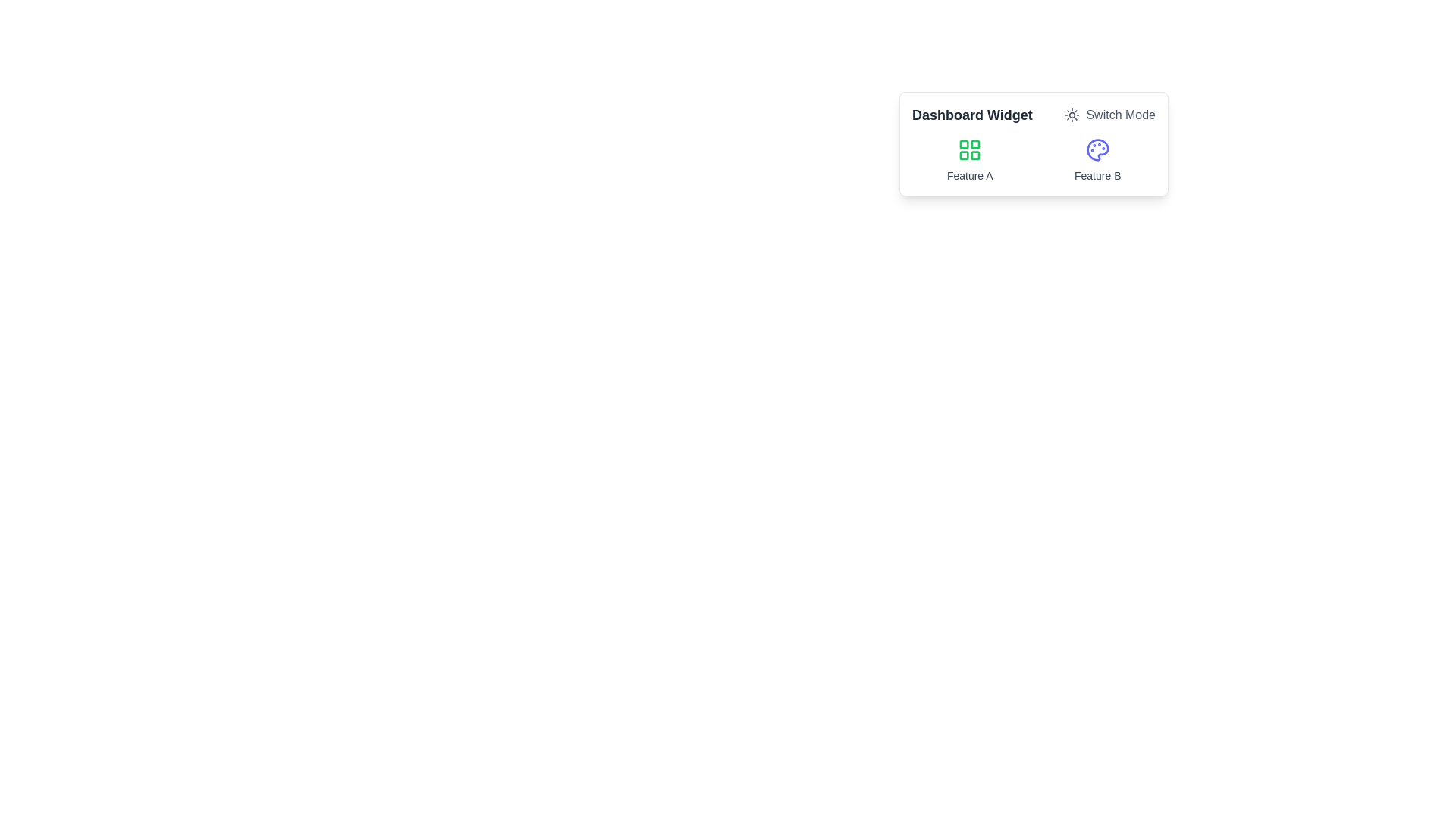 The width and height of the screenshot is (1456, 819). What do you see at coordinates (1033, 161) in the screenshot?
I see `the icons within the 'Feature Selection Grid' located in the 'Dashboard Widget' to interact with 'Feature A' and 'Feature B'` at bounding box center [1033, 161].